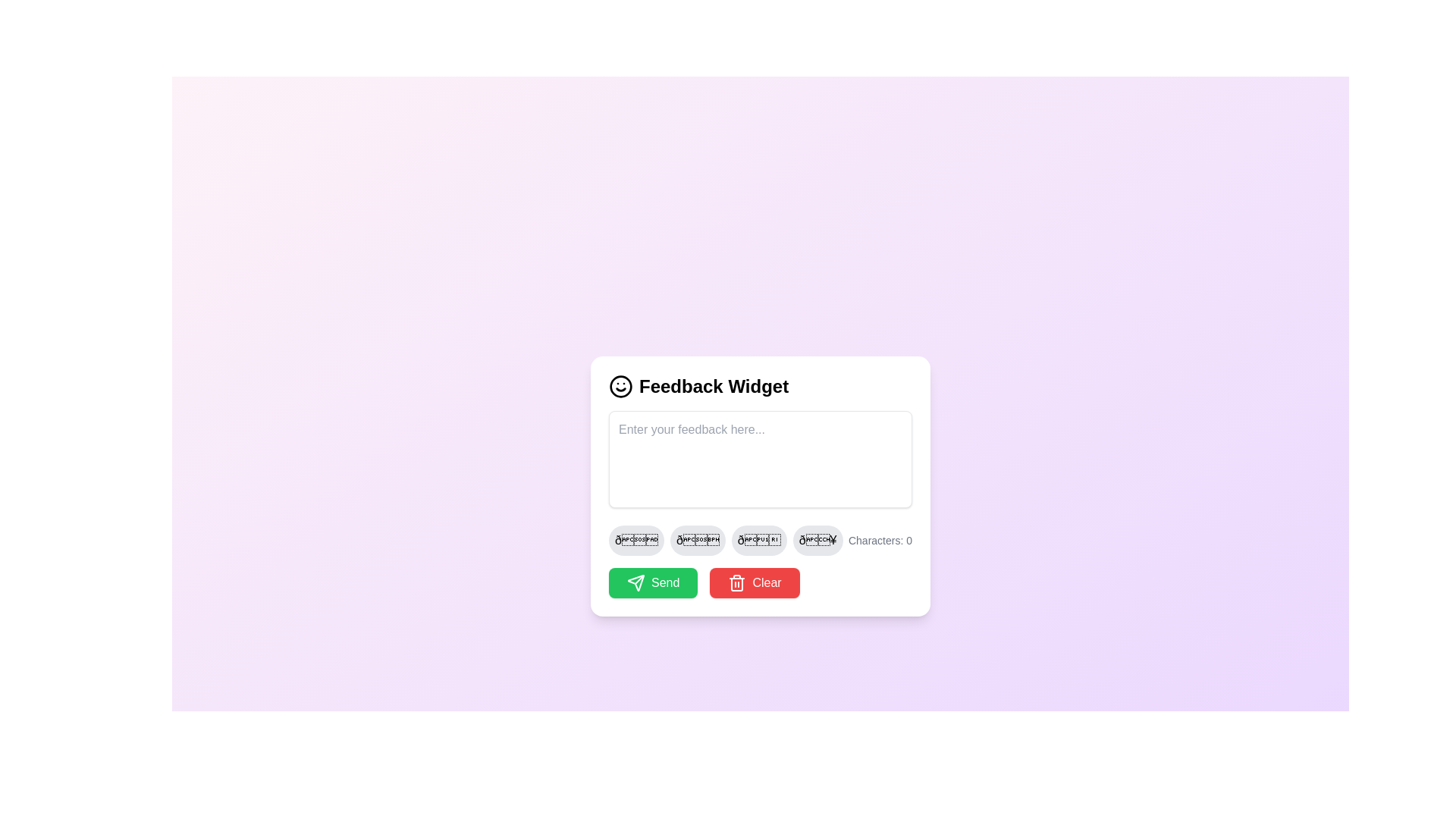 The width and height of the screenshot is (1456, 819). I want to click on the Text and Icon Header element at the top of the feedback form, which indicates the purpose of the form, so click(761, 385).